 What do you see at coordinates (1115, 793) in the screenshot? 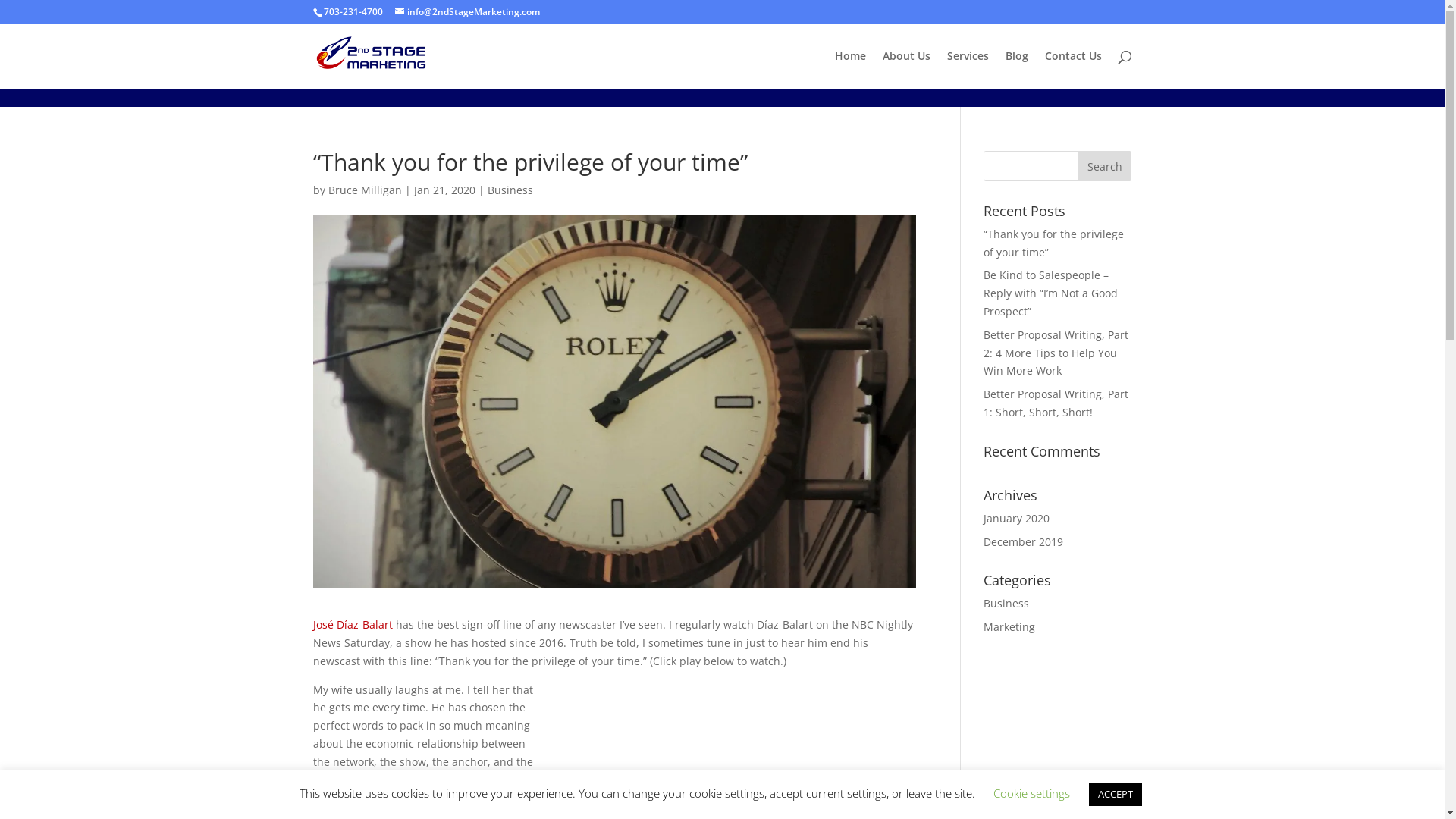
I see `'ACCEPT'` at bounding box center [1115, 793].